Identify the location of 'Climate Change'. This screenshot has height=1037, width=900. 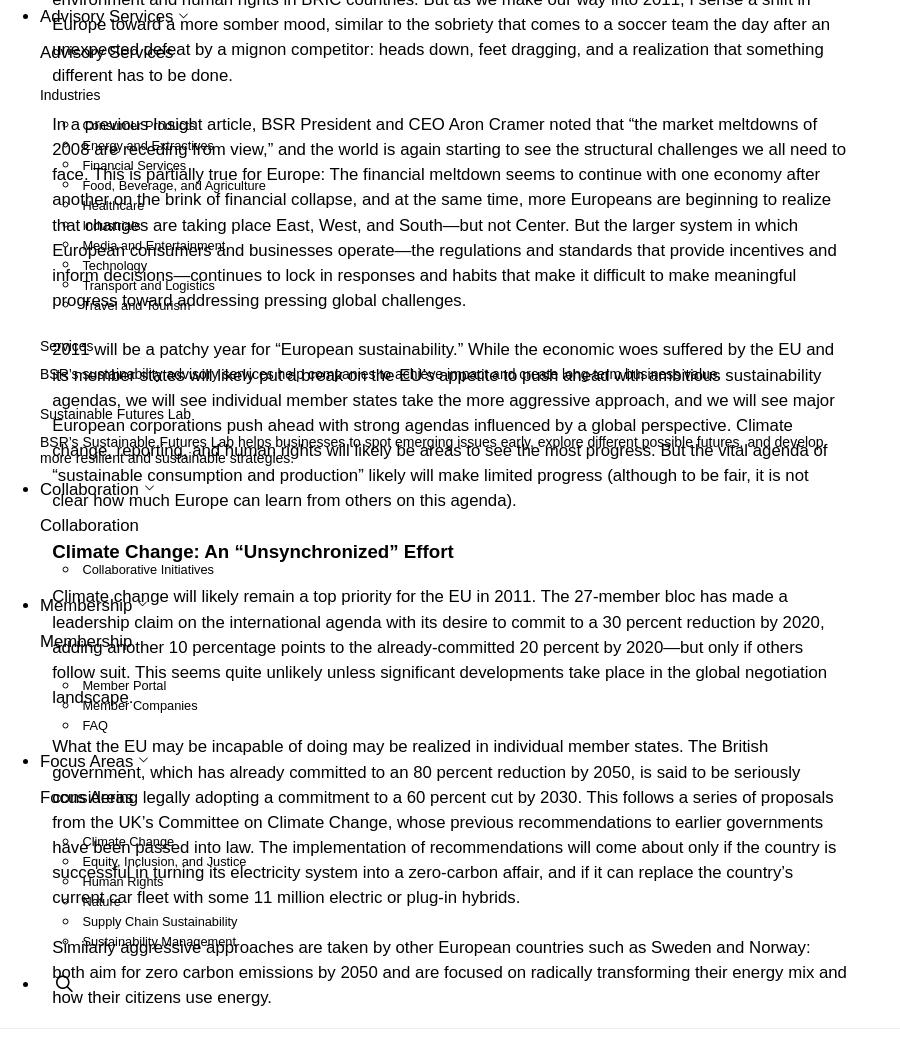
(132, 662).